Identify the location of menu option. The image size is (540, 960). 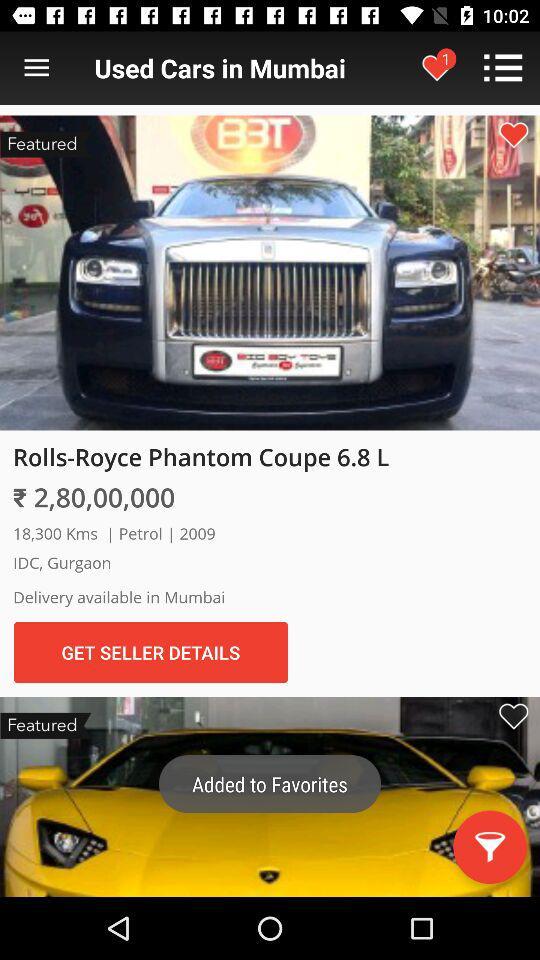
(36, 68).